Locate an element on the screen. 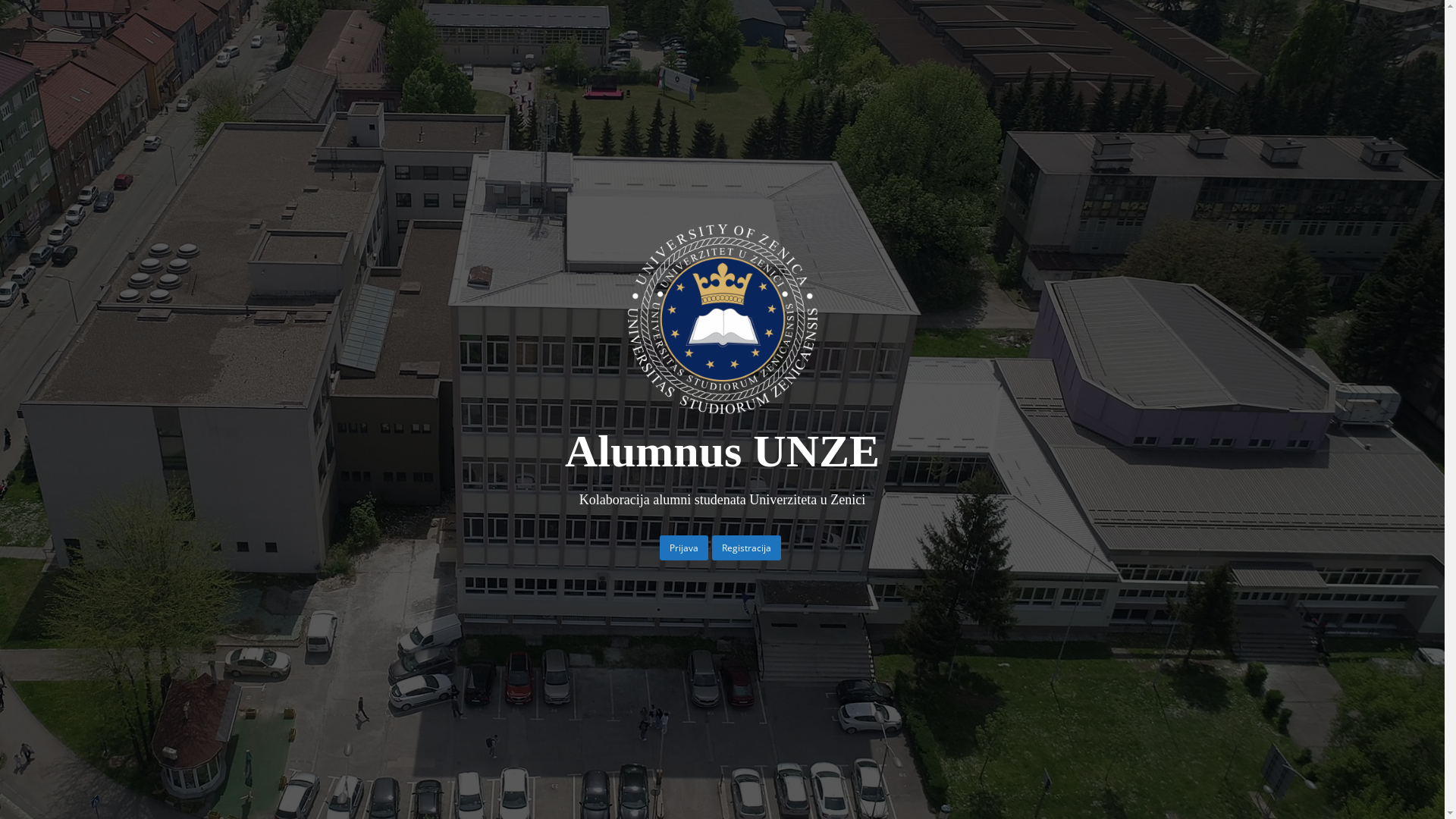  'Prijava' is located at coordinates (659, 548).